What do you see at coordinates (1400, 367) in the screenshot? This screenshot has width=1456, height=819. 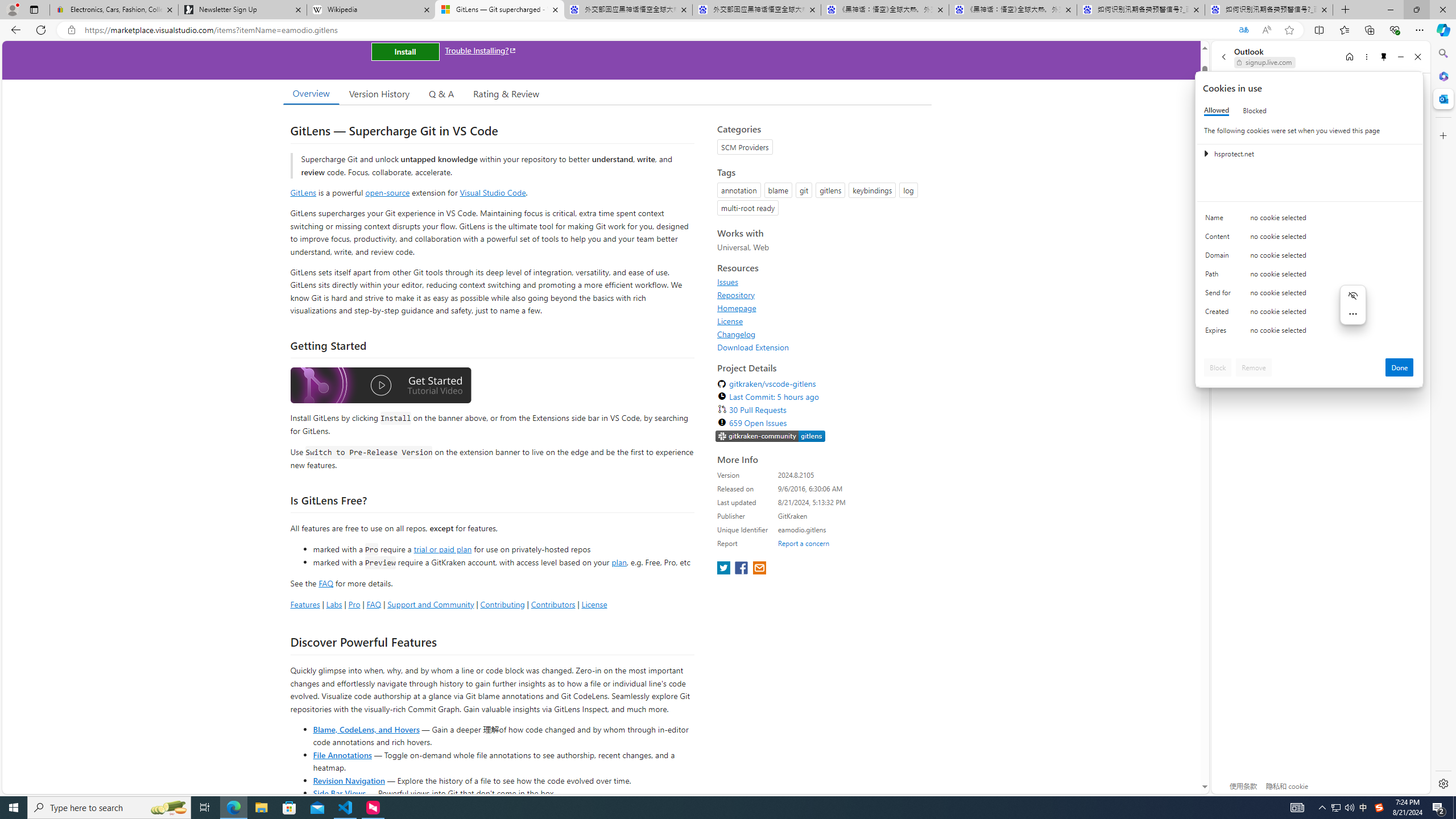 I see `'Done'` at bounding box center [1400, 367].